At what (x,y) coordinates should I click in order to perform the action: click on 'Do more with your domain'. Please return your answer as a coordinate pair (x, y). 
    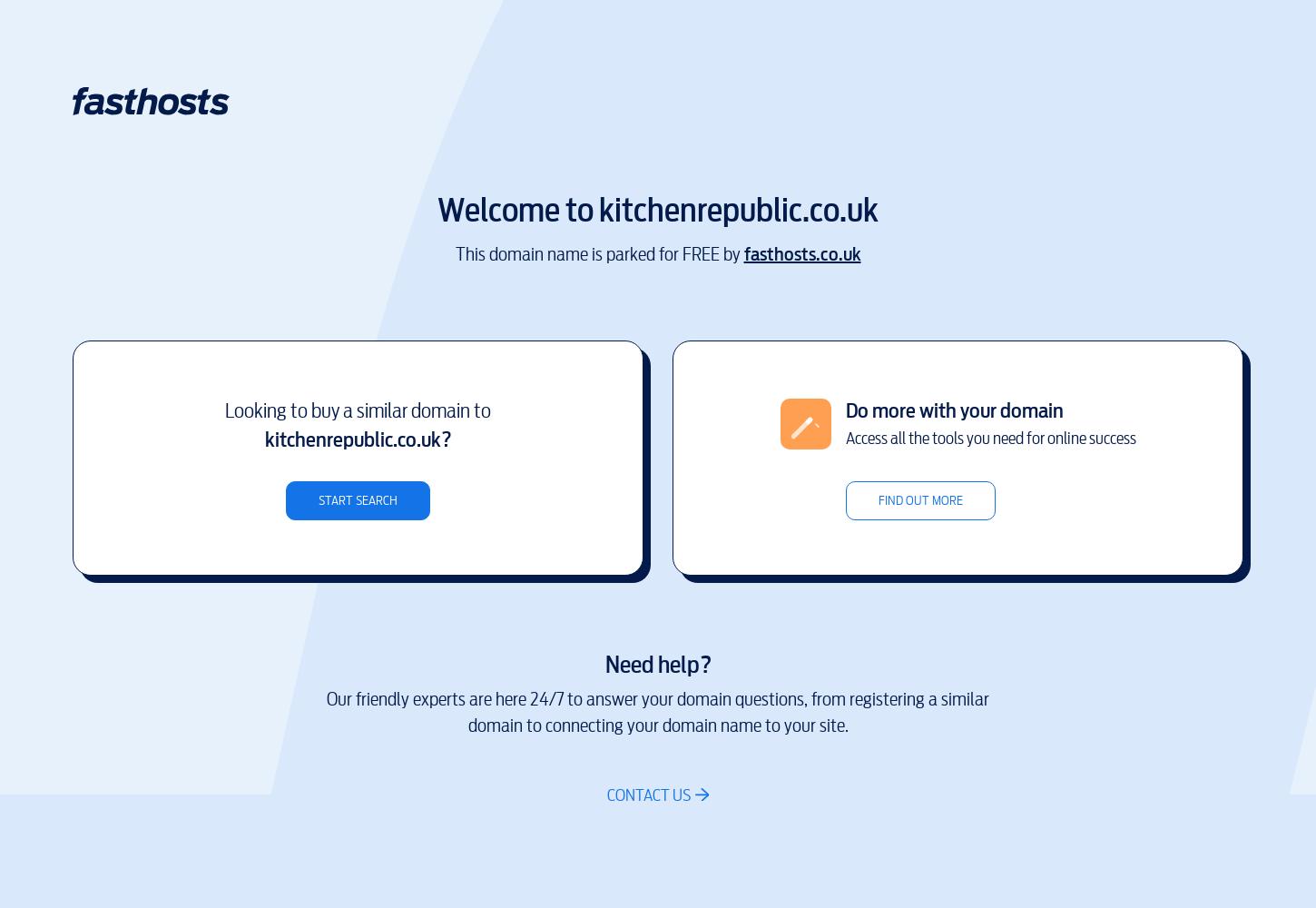
    Looking at the image, I should click on (953, 409).